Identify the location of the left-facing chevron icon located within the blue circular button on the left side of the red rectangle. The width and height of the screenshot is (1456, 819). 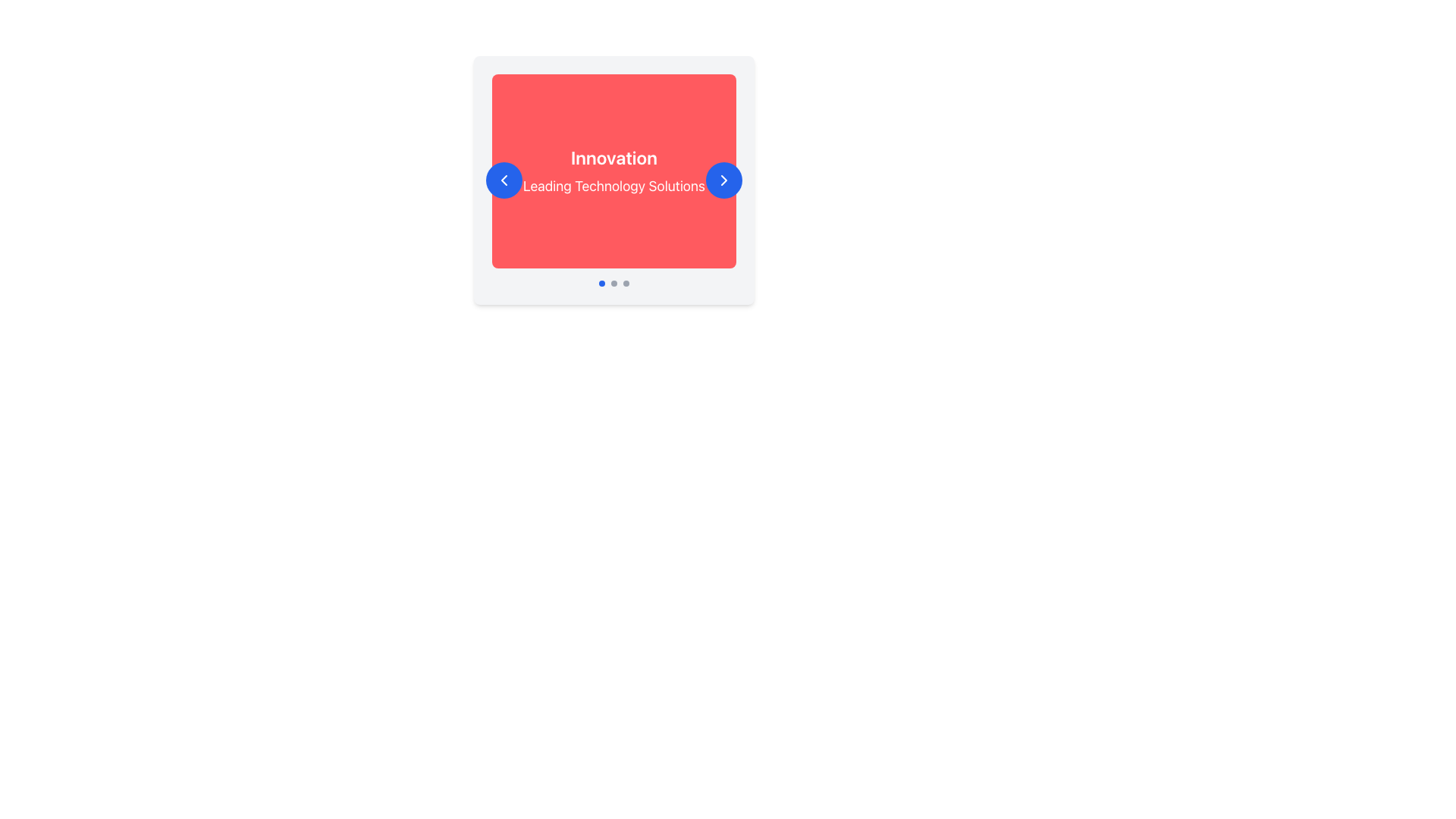
(504, 180).